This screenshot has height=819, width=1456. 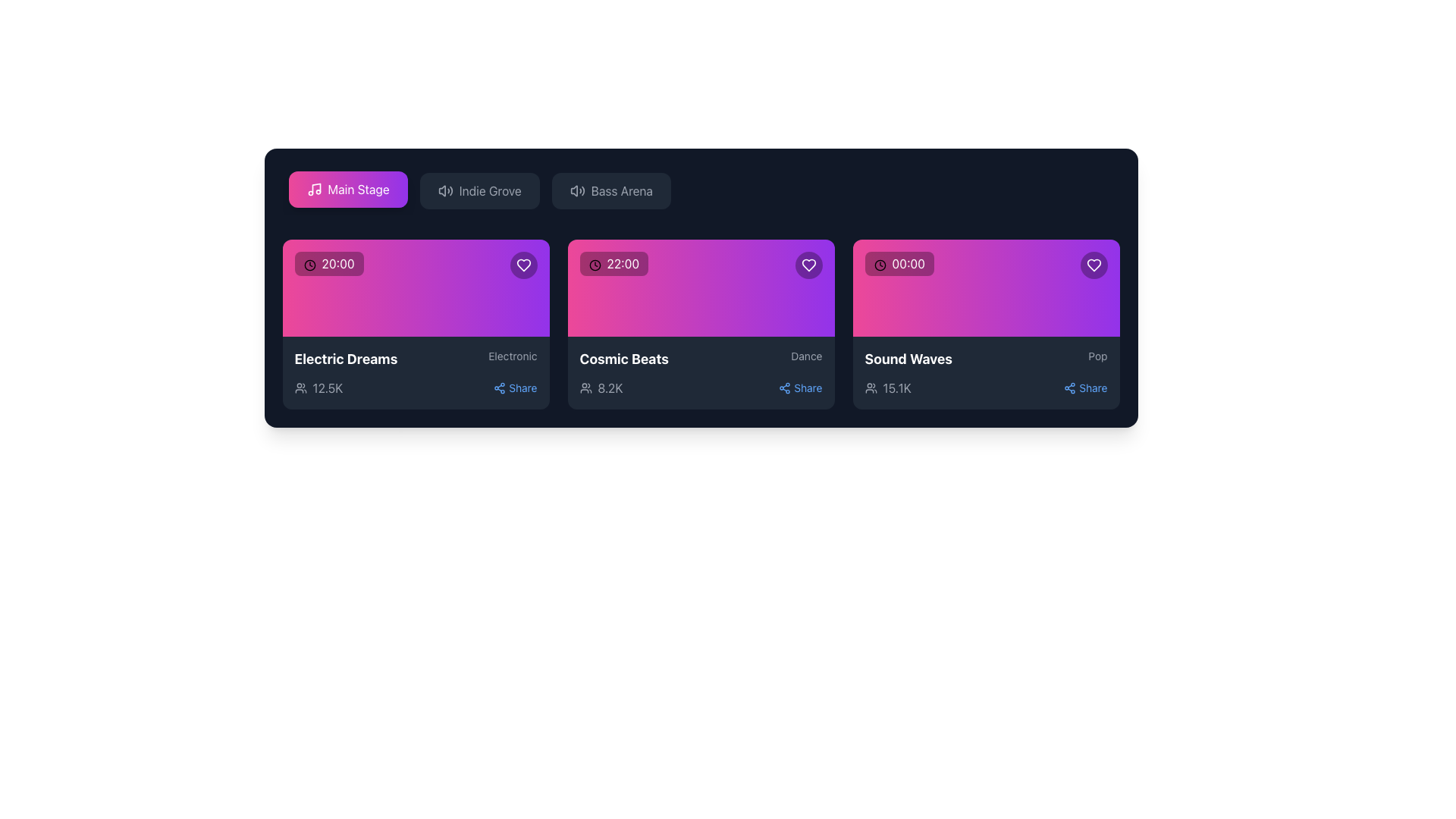 I want to click on the icons within the central event card that is part of a horizontally aligned set of three cards on a dark background, so click(x=700, y=288).